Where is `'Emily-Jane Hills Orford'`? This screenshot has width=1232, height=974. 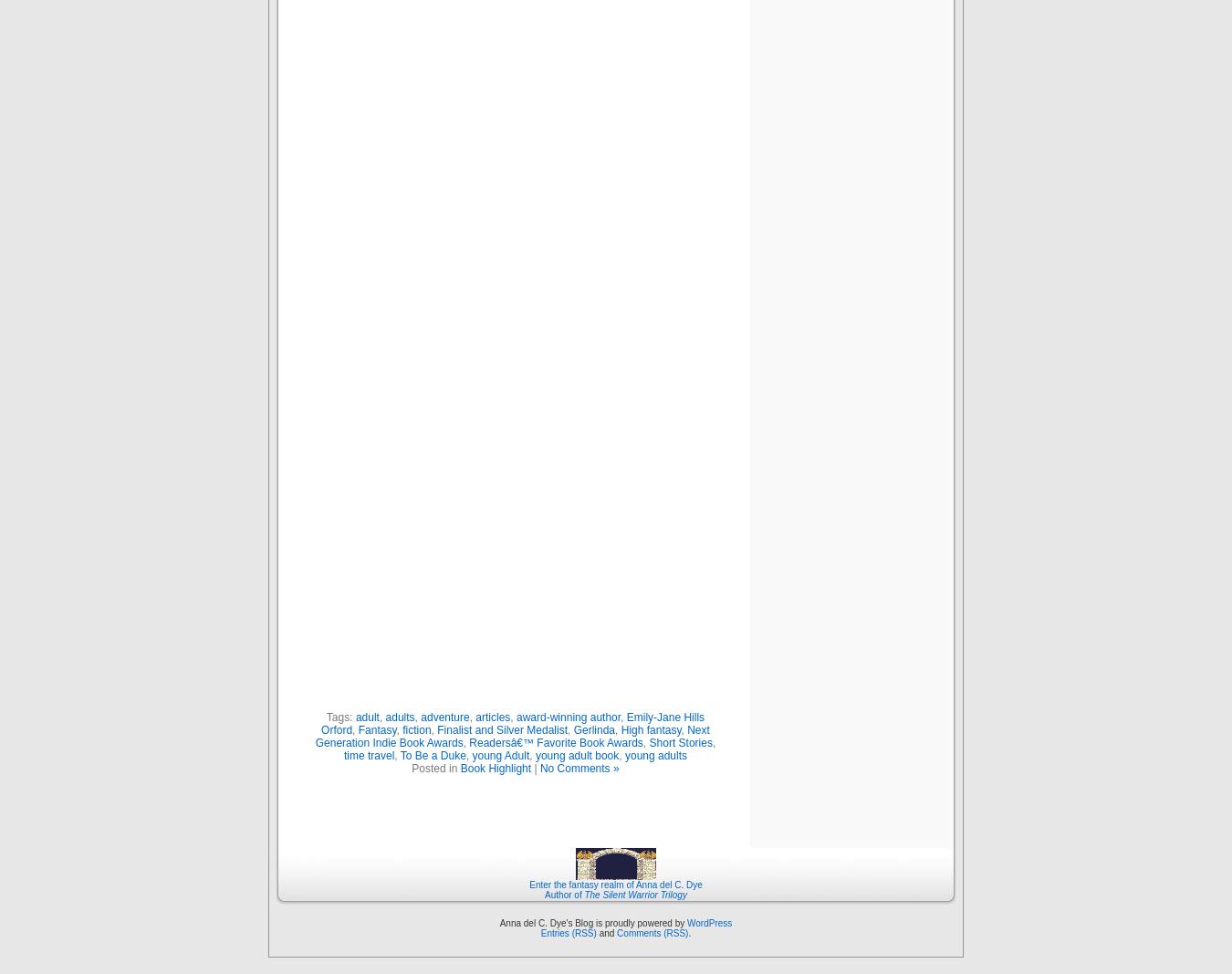
'Emily-Jane Hills Orford' is located at coordinates (512, 722).